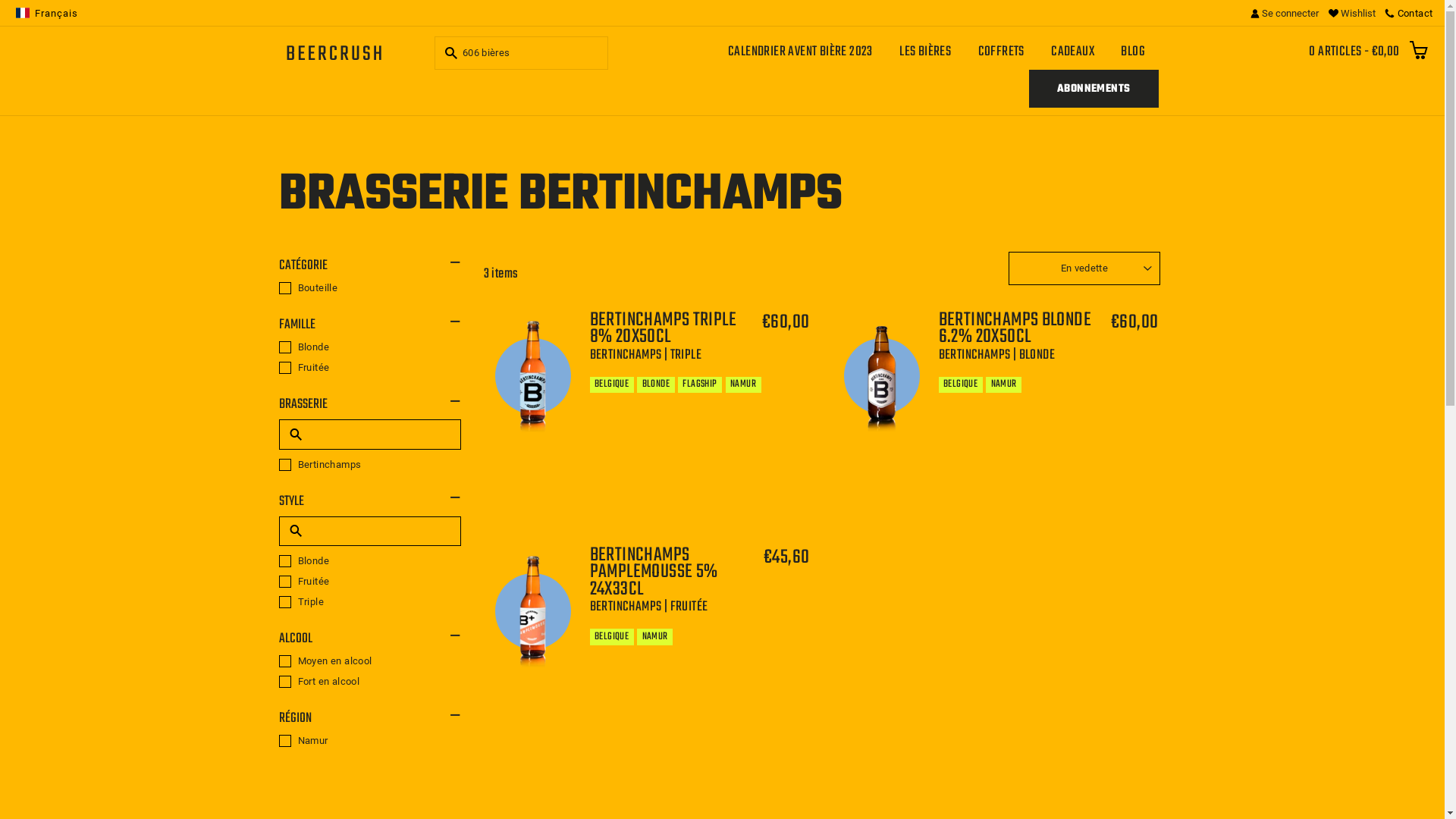 Image resolution: width=1456 pixels, height=819 pixels. Describe the element at coordinates (0, 0) in the screenshot. I see `'Passer au contenu'` at that location.